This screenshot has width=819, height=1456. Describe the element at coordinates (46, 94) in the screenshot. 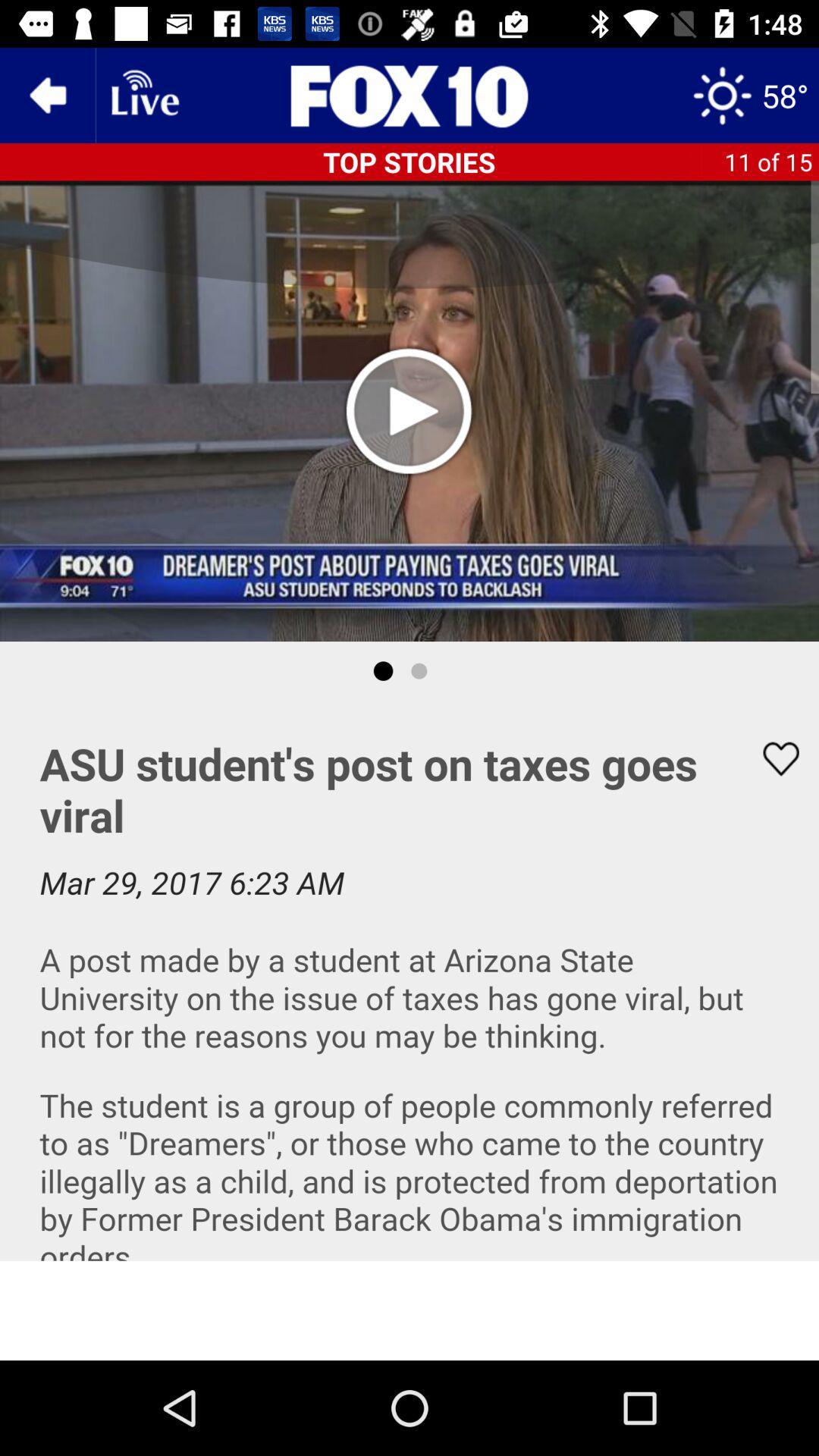

I see `the arrow_backward icon` at that location.